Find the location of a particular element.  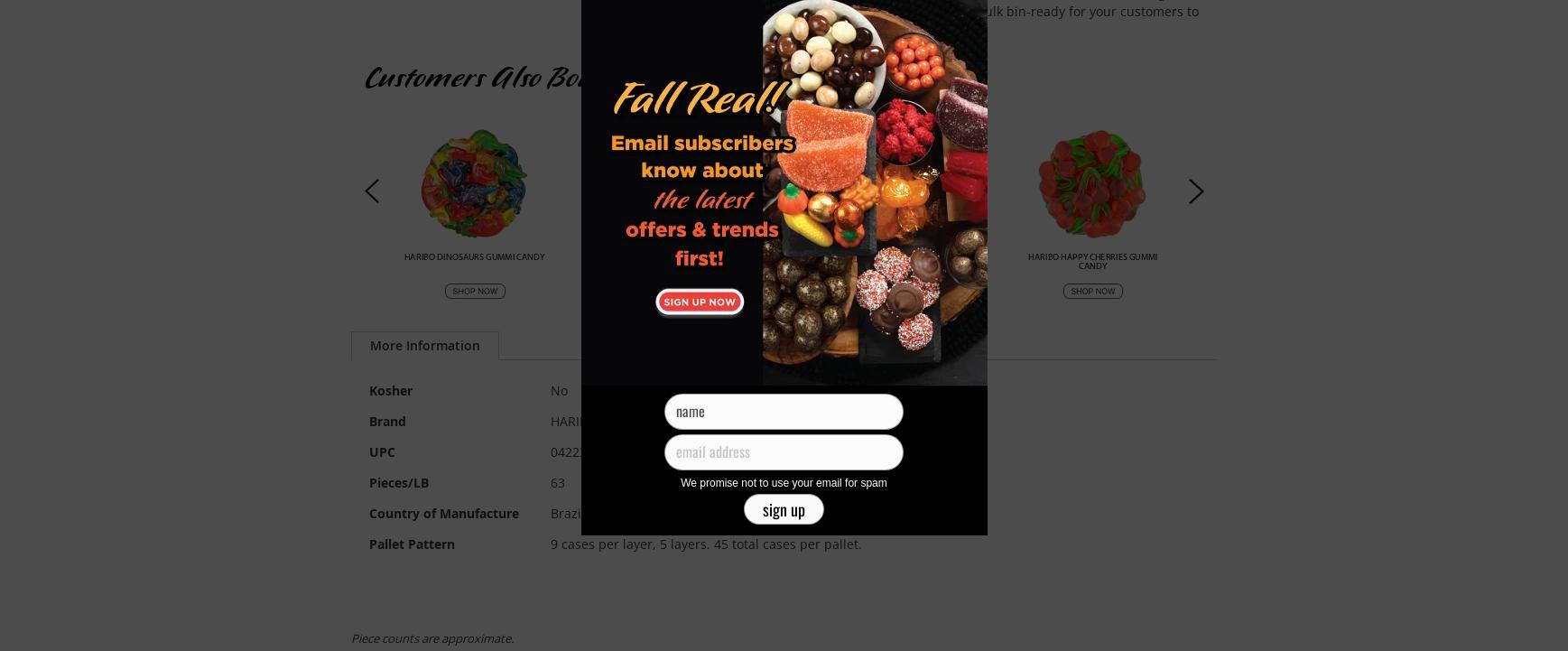

'042238380653' is located at coordinates (591, 451).